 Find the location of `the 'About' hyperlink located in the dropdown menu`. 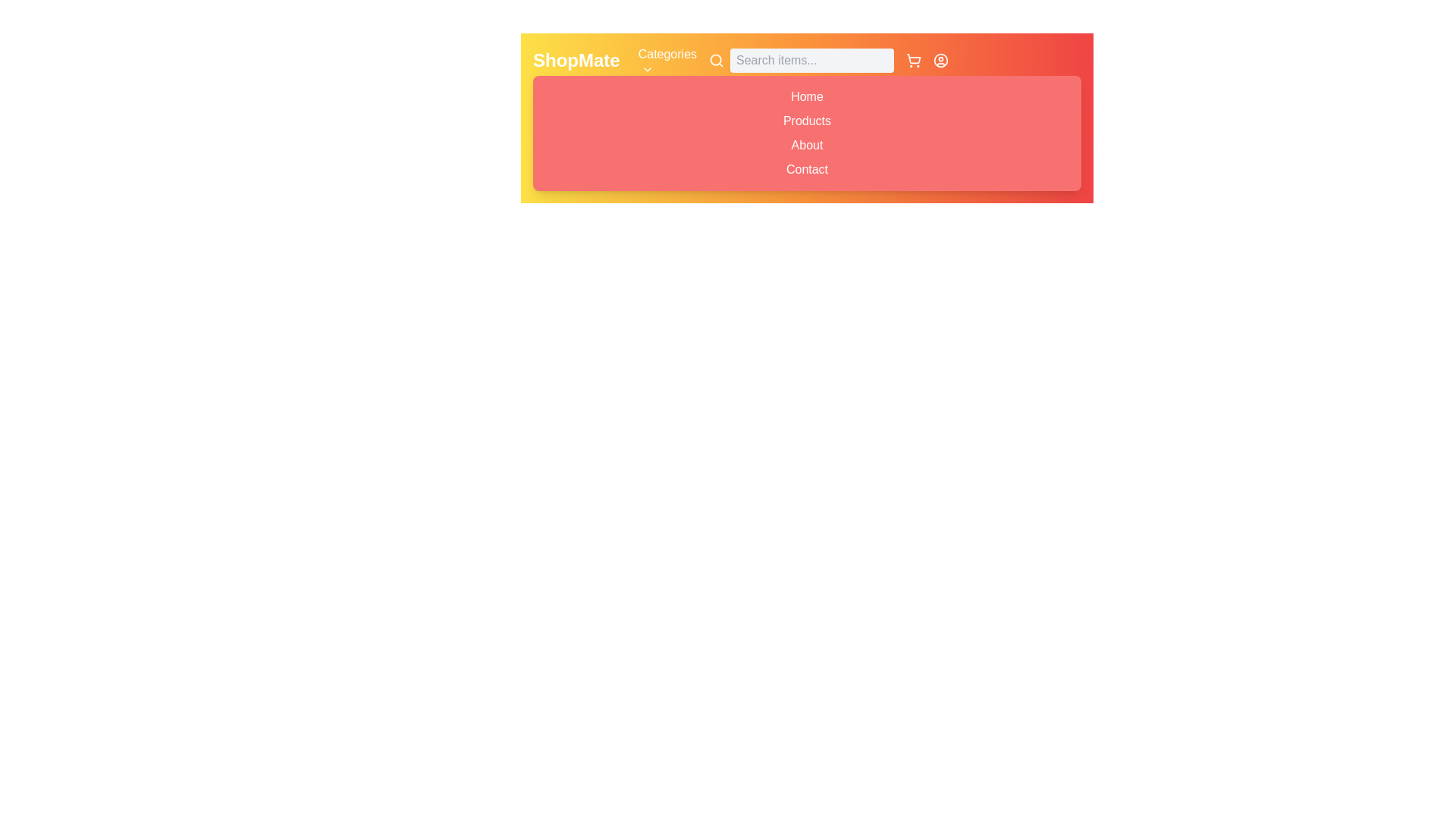

the 'About' hyperlink located in the dropdown menu is located at coordinates (806, 145).